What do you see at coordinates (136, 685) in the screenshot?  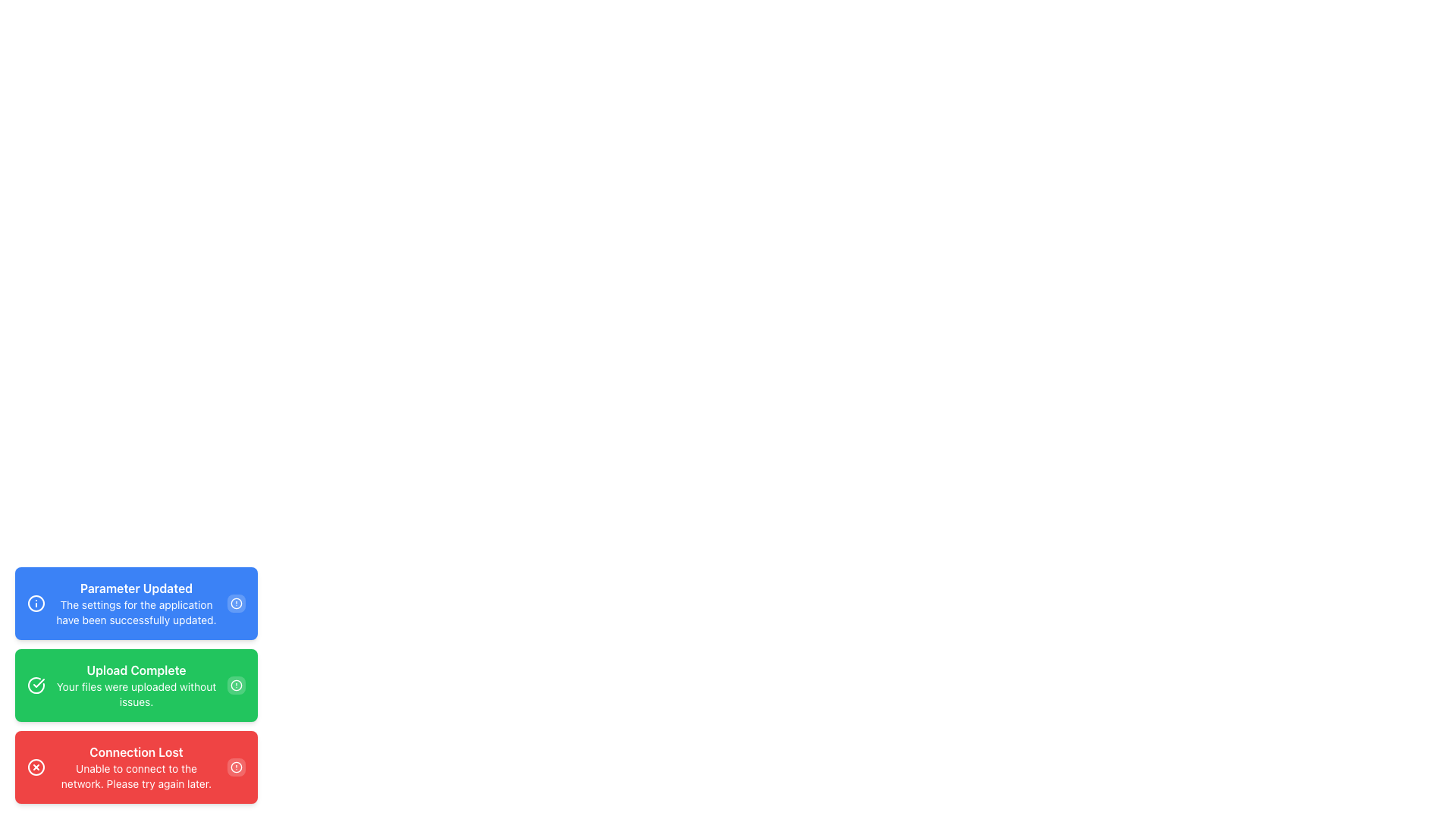 I see `the text block that displays 'Upload Complete' in bold above 'Your files were uploaded without issues.' within a green rectangular background` at bounding box center [136, 685].